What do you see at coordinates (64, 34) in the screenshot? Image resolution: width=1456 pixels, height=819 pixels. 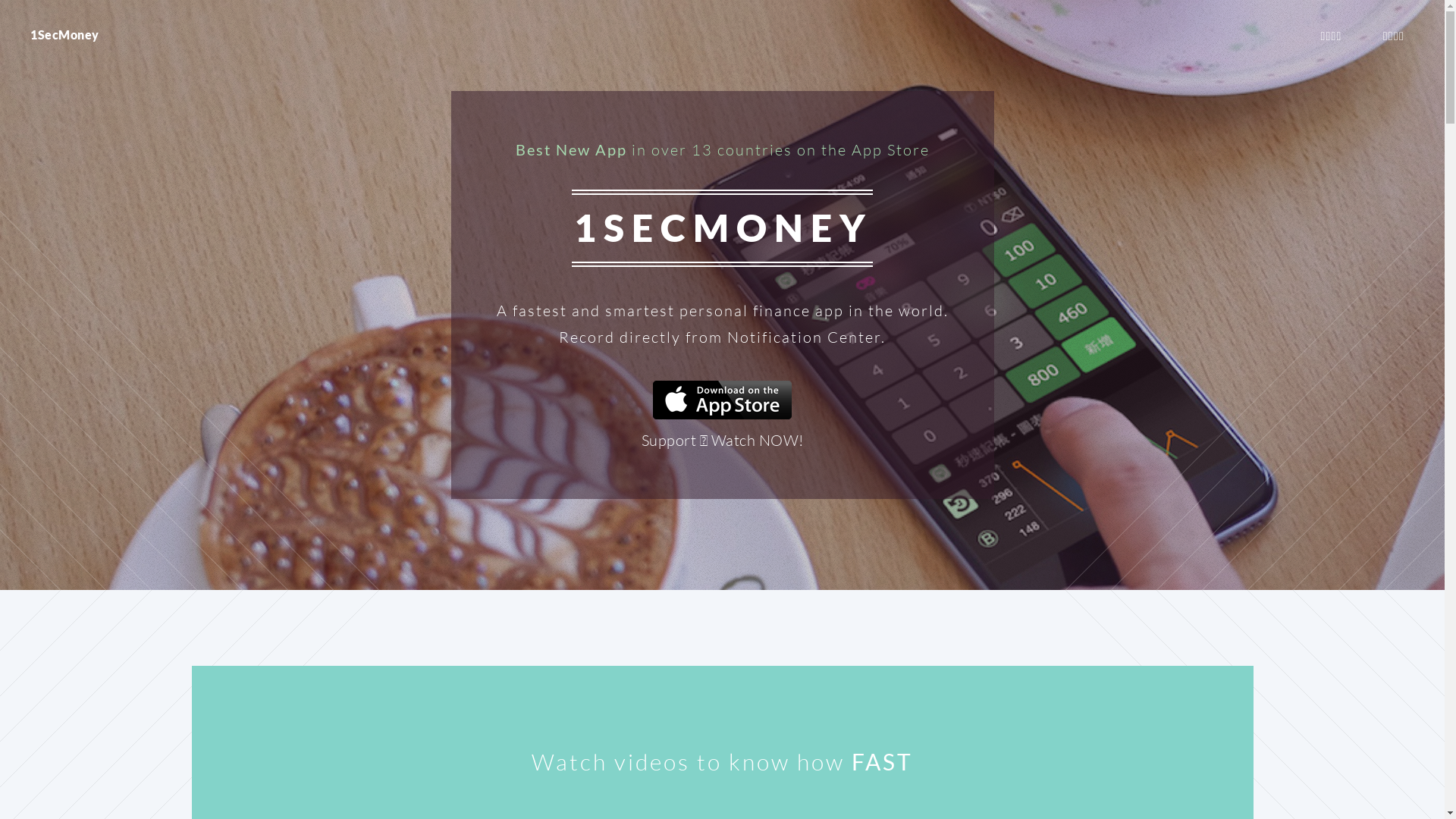 I see `'1SecMoney'` at bounding box center [64, 34].